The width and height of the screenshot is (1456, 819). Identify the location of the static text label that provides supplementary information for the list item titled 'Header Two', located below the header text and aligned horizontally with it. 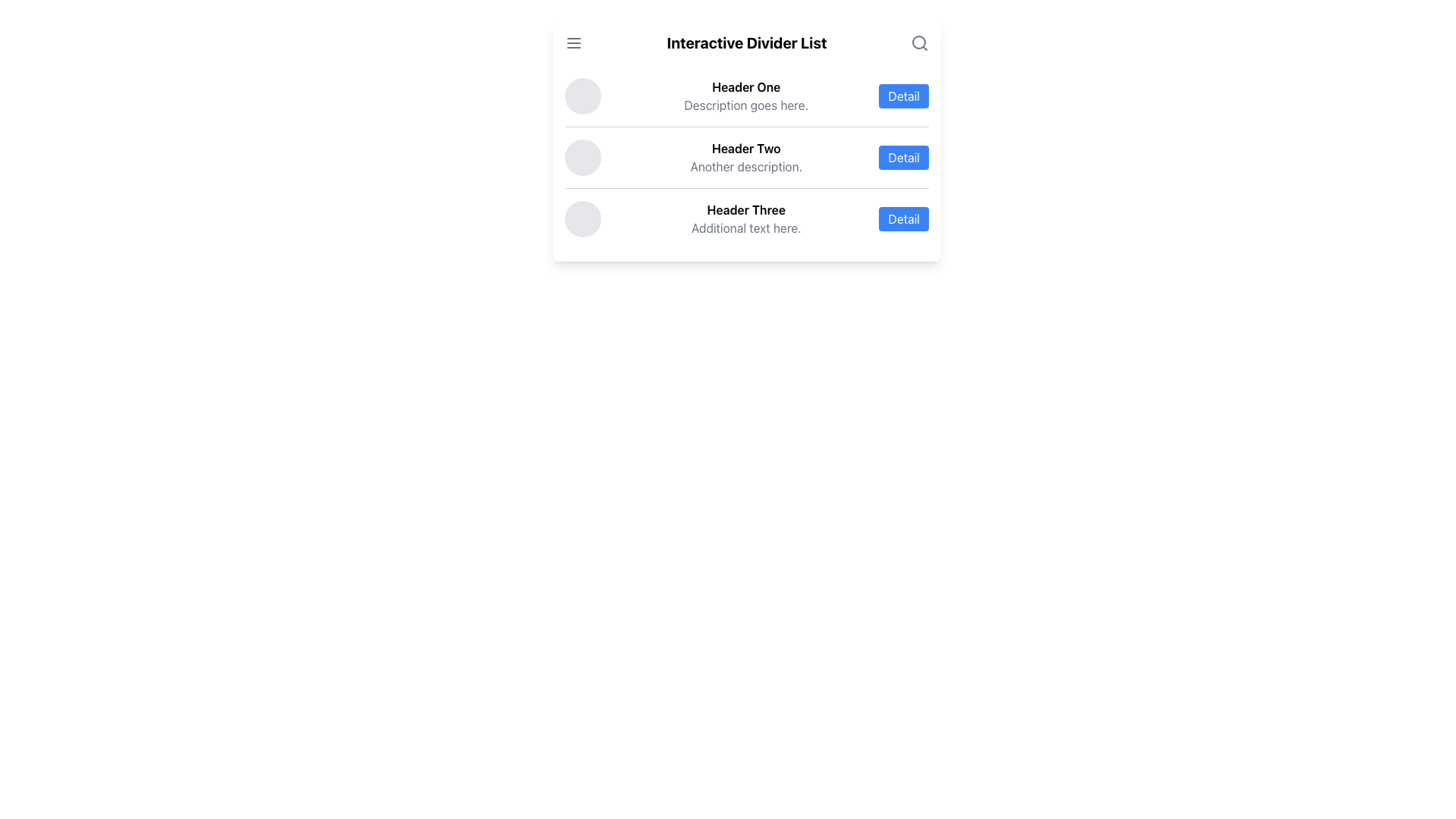
(746, 166).